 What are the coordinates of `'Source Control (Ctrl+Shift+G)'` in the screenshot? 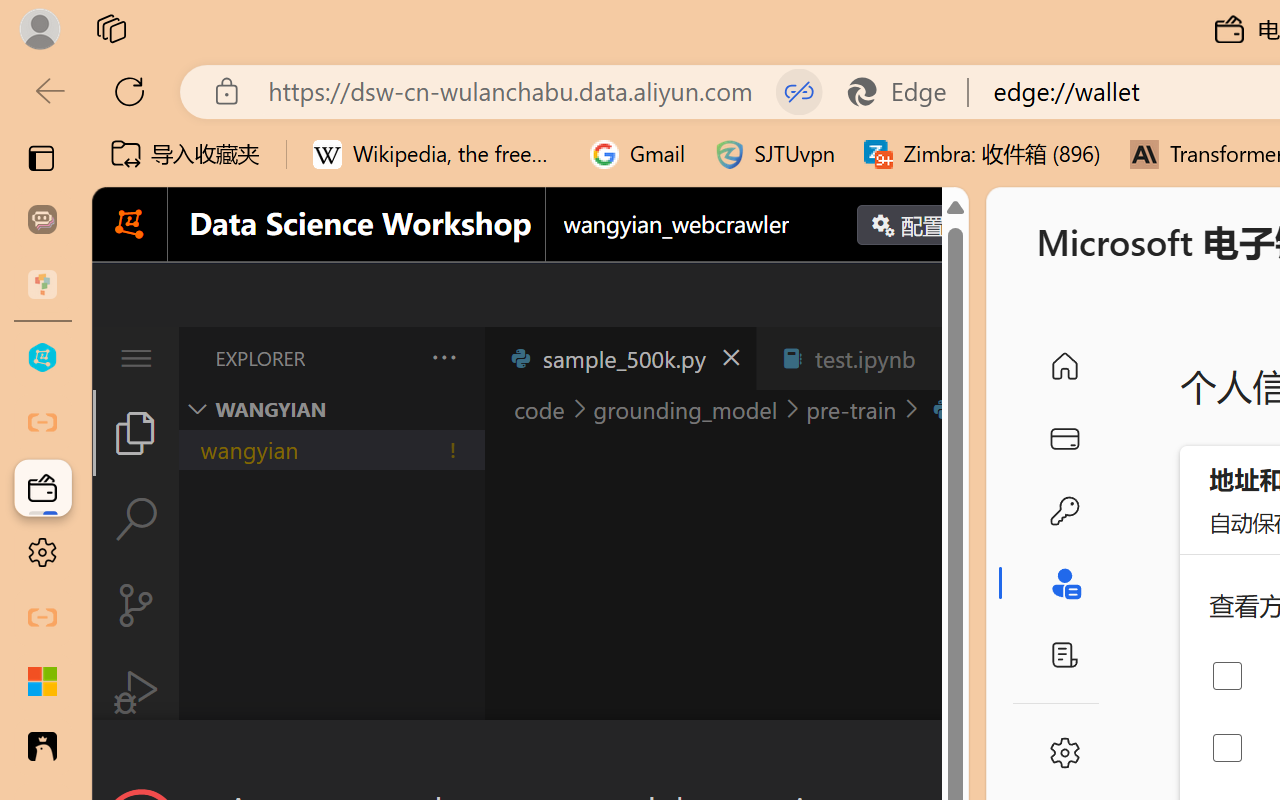 It's located at (134, 605).